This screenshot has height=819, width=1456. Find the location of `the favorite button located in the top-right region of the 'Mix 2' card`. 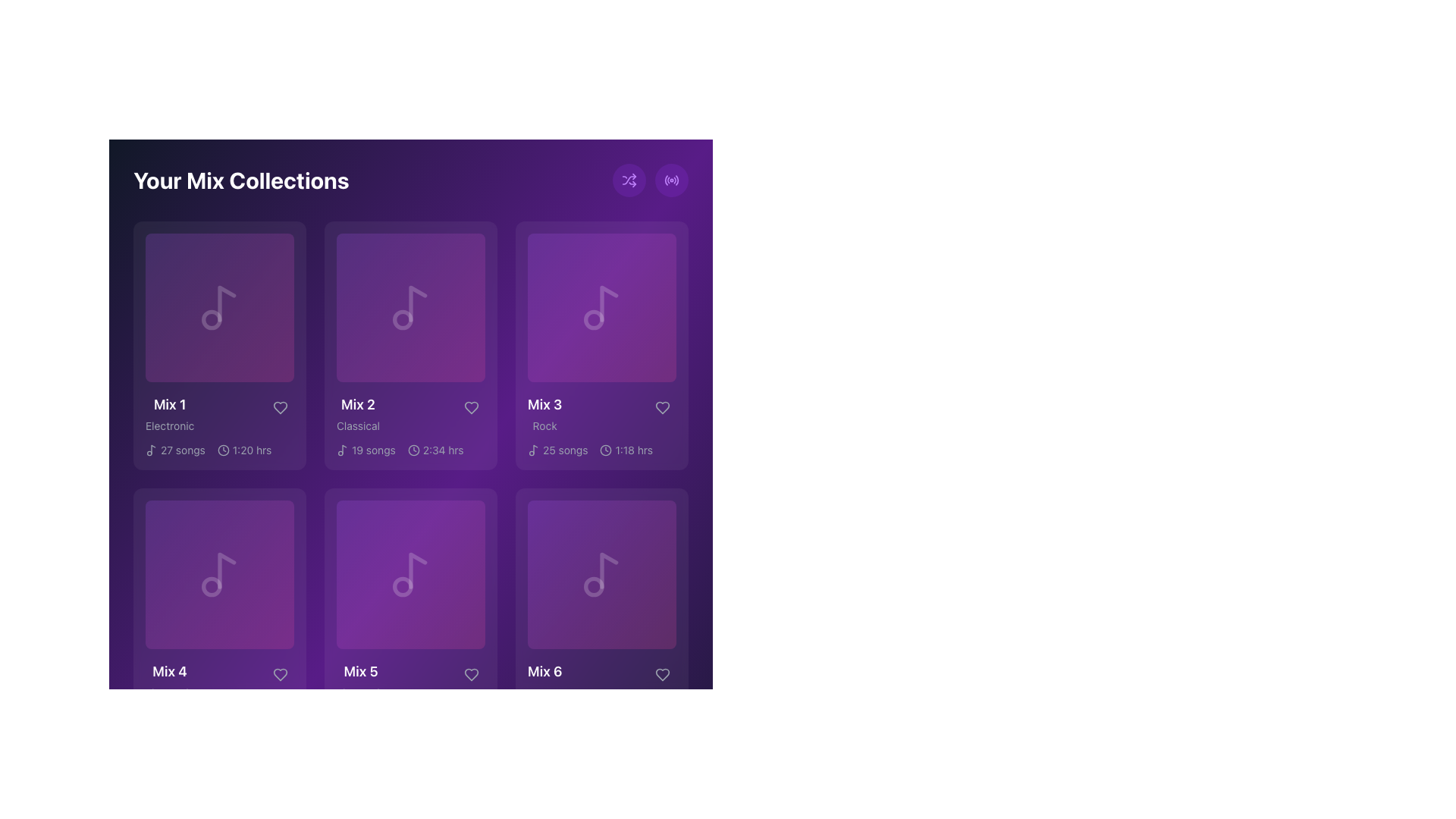

the favorite button located in the top-right region of the 'Mix 2' card is located at coordinates (471, 406).